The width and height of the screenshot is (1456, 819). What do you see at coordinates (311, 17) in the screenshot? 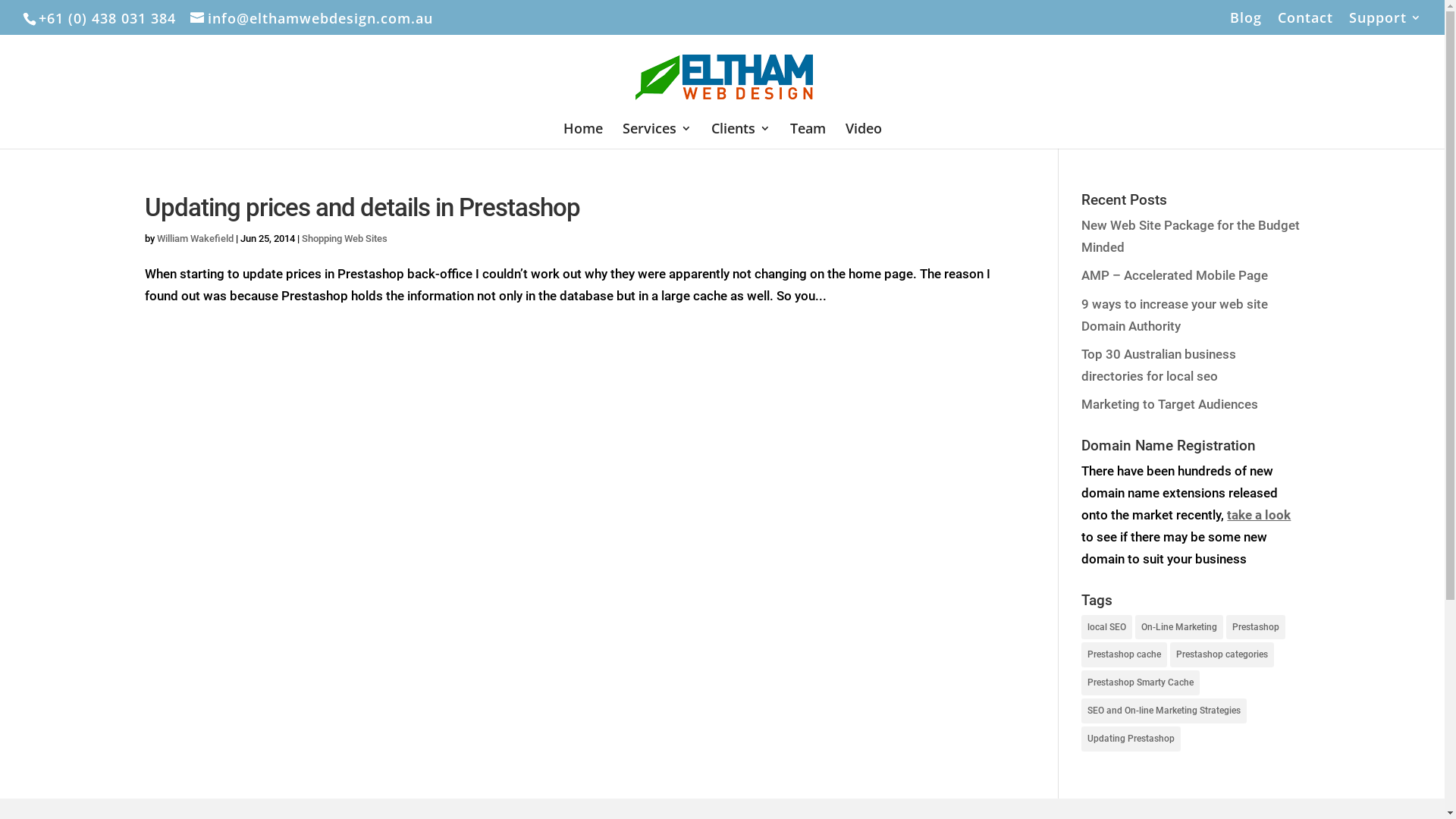
I see `'info@elthamwebdesign.com.au'` at bounding box center [311, 17].